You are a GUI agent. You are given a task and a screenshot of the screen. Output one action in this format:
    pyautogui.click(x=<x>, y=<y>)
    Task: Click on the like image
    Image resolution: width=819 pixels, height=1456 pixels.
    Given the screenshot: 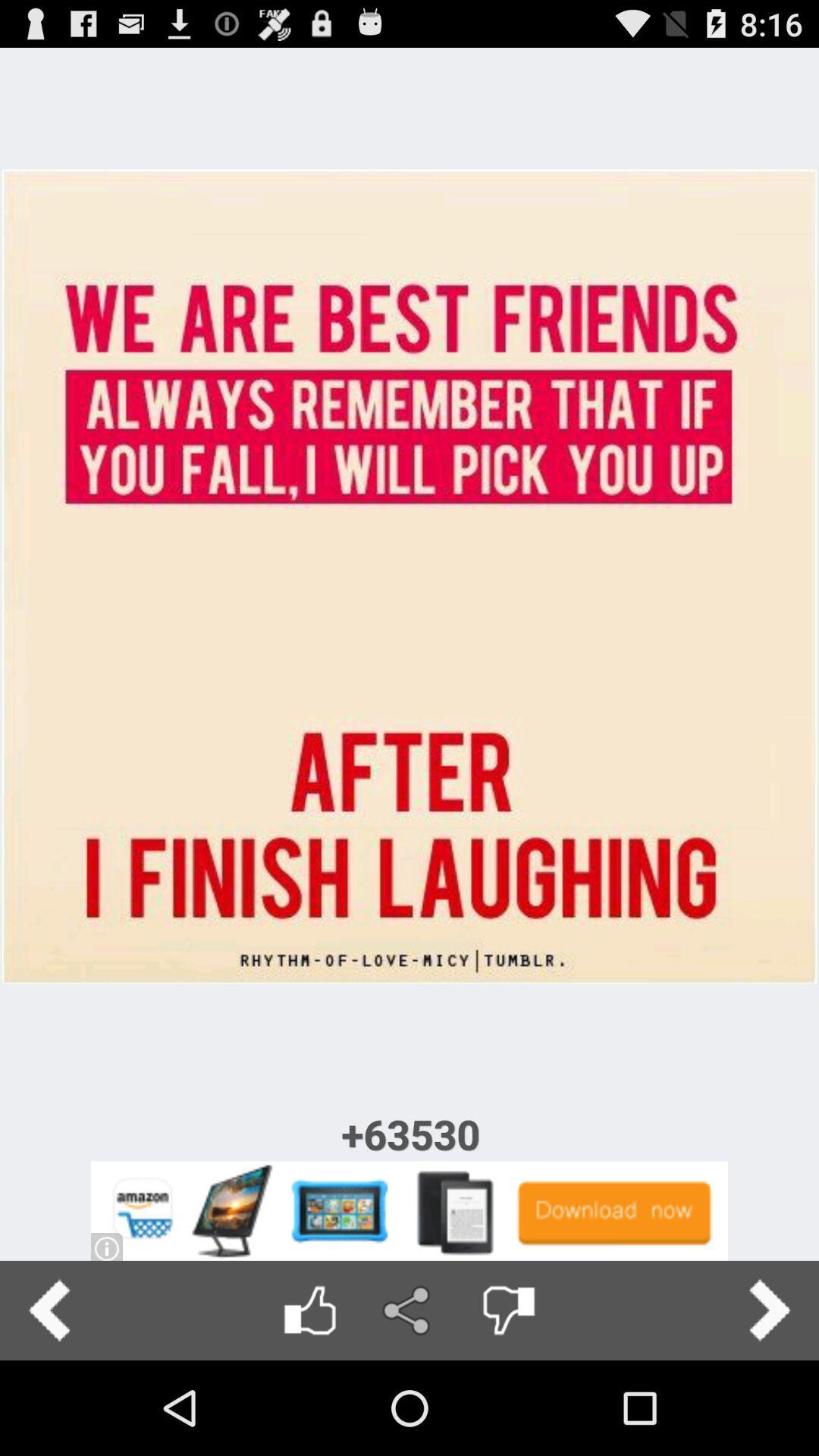 What is the action you would take?
    pyautogui.click(x=309, y=1310)
    